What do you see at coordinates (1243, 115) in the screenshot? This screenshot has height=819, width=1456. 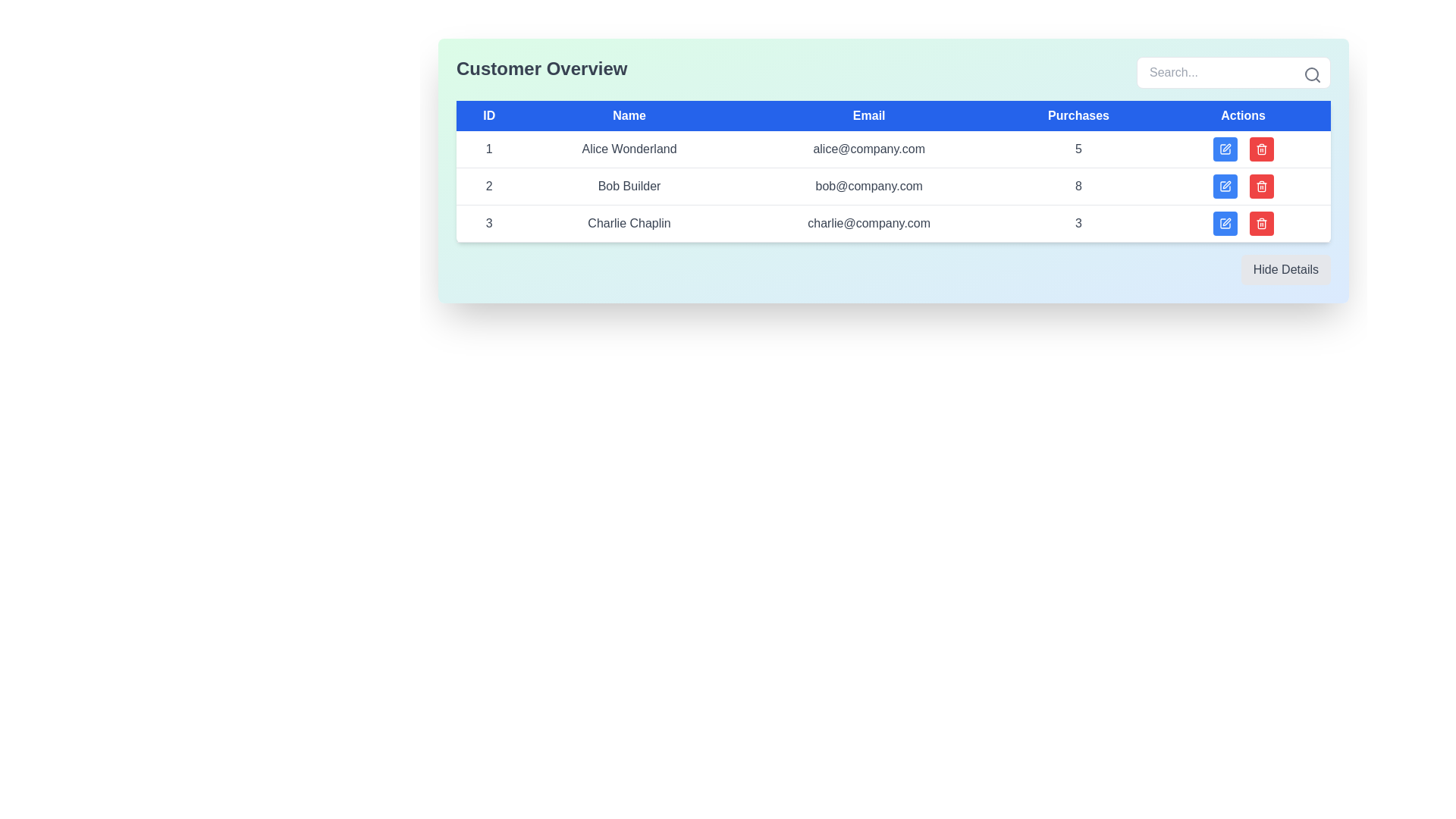 I see `the blue rectangular table header cell labeled 'Actions' located at the far right of the header row in the table` at bounding box center [1243, 115].